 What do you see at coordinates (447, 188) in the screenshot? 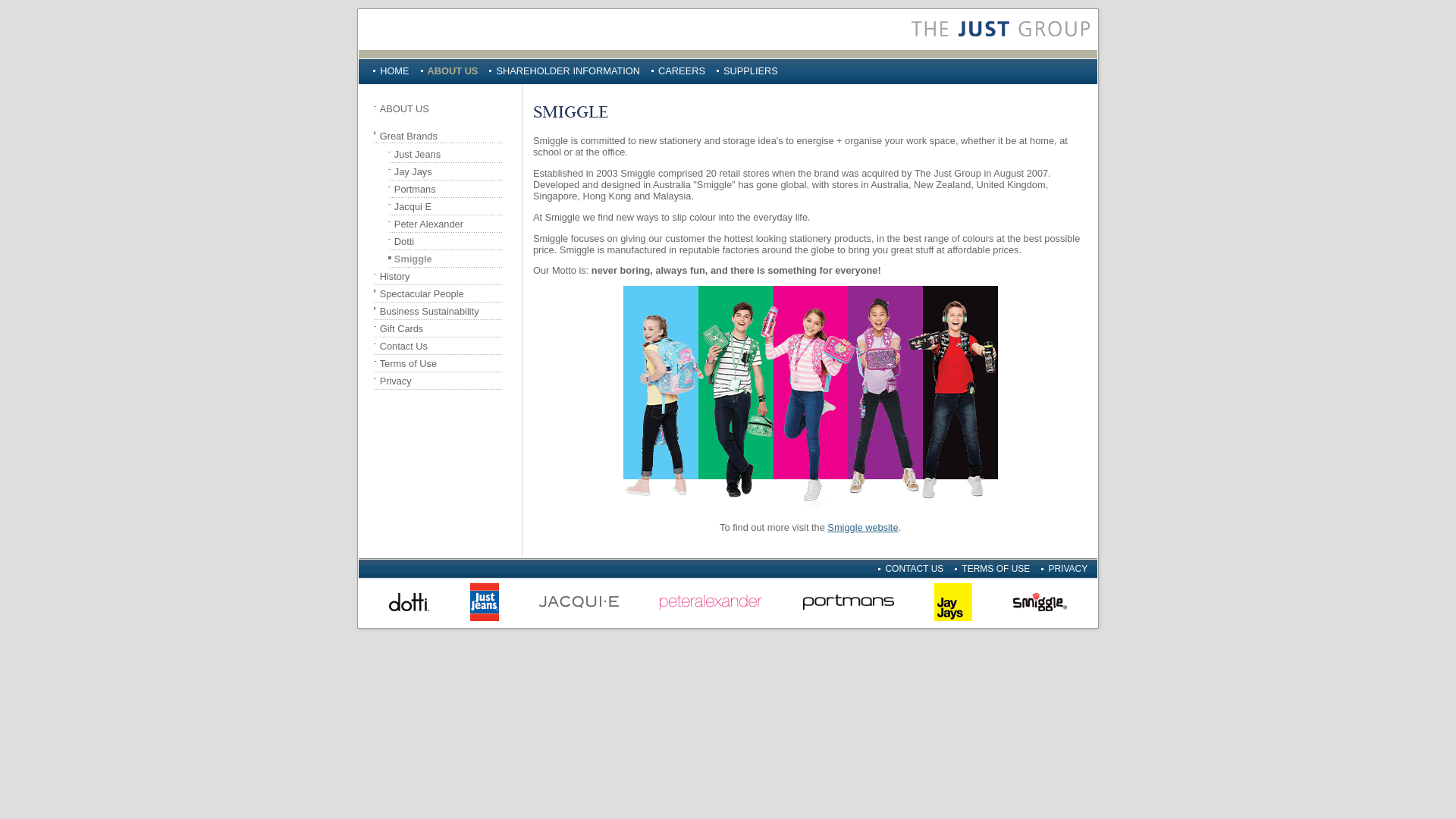
I see `'Portmans'` at bounding box center [447, 188].